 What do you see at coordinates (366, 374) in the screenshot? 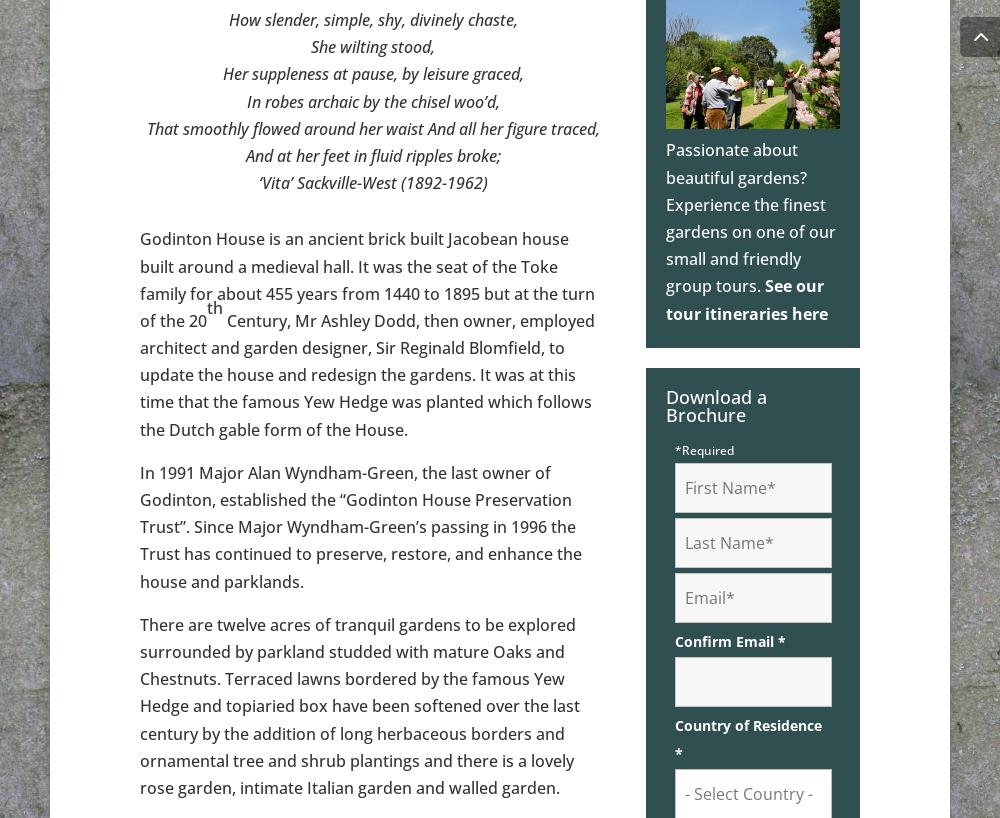
I see `'Century, Mr Ashley Dodd, then owner, employed architect and garden designer, Sir Reginald Blomfield, to update the house and redesign the gardens. It was at this time that the famous Yew Hedge was planted which follows the Dutch gable form of the House.'` at bounding box center [366, 374].